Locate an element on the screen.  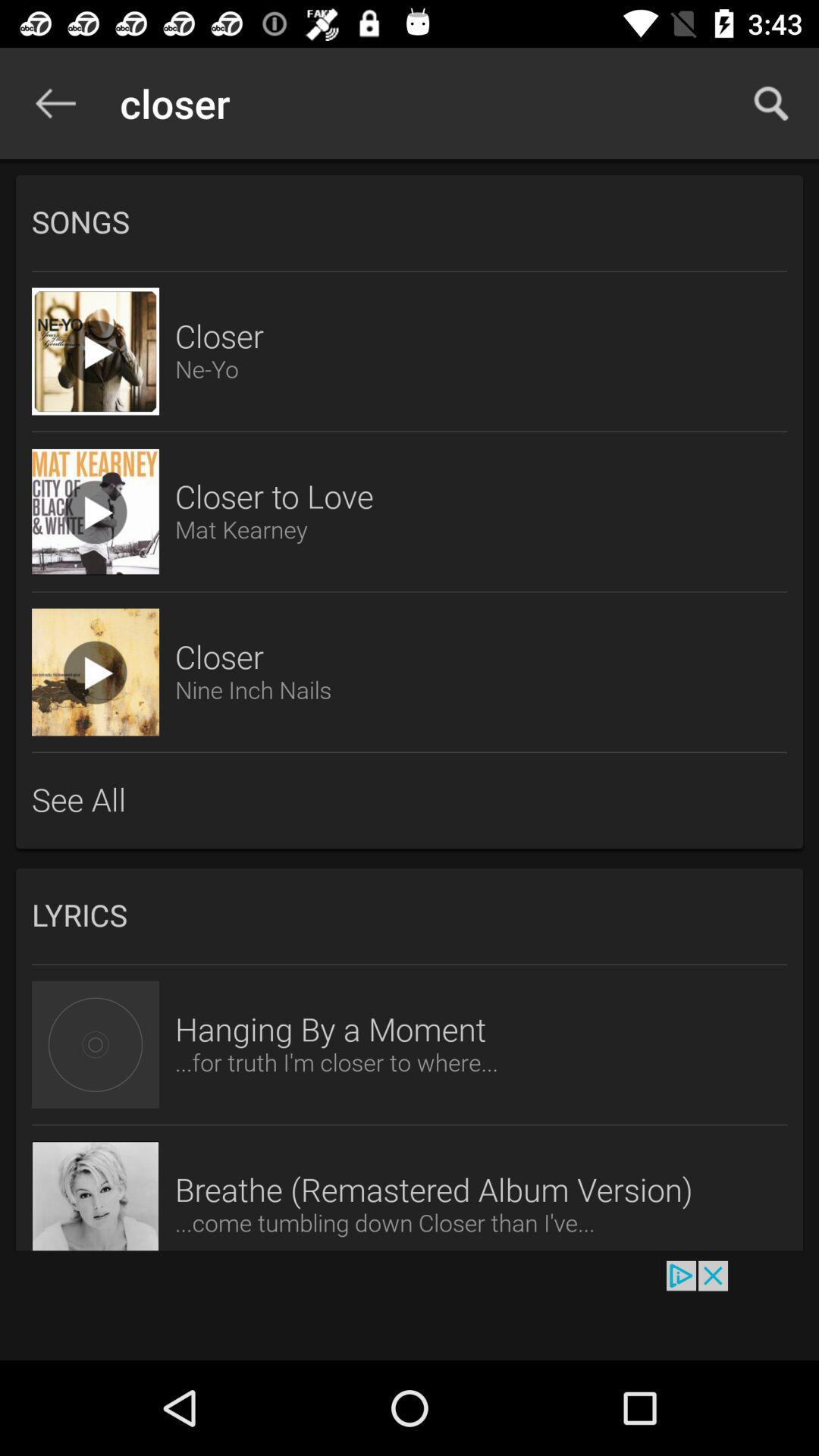
choose song is located at coordinates (96, 512).